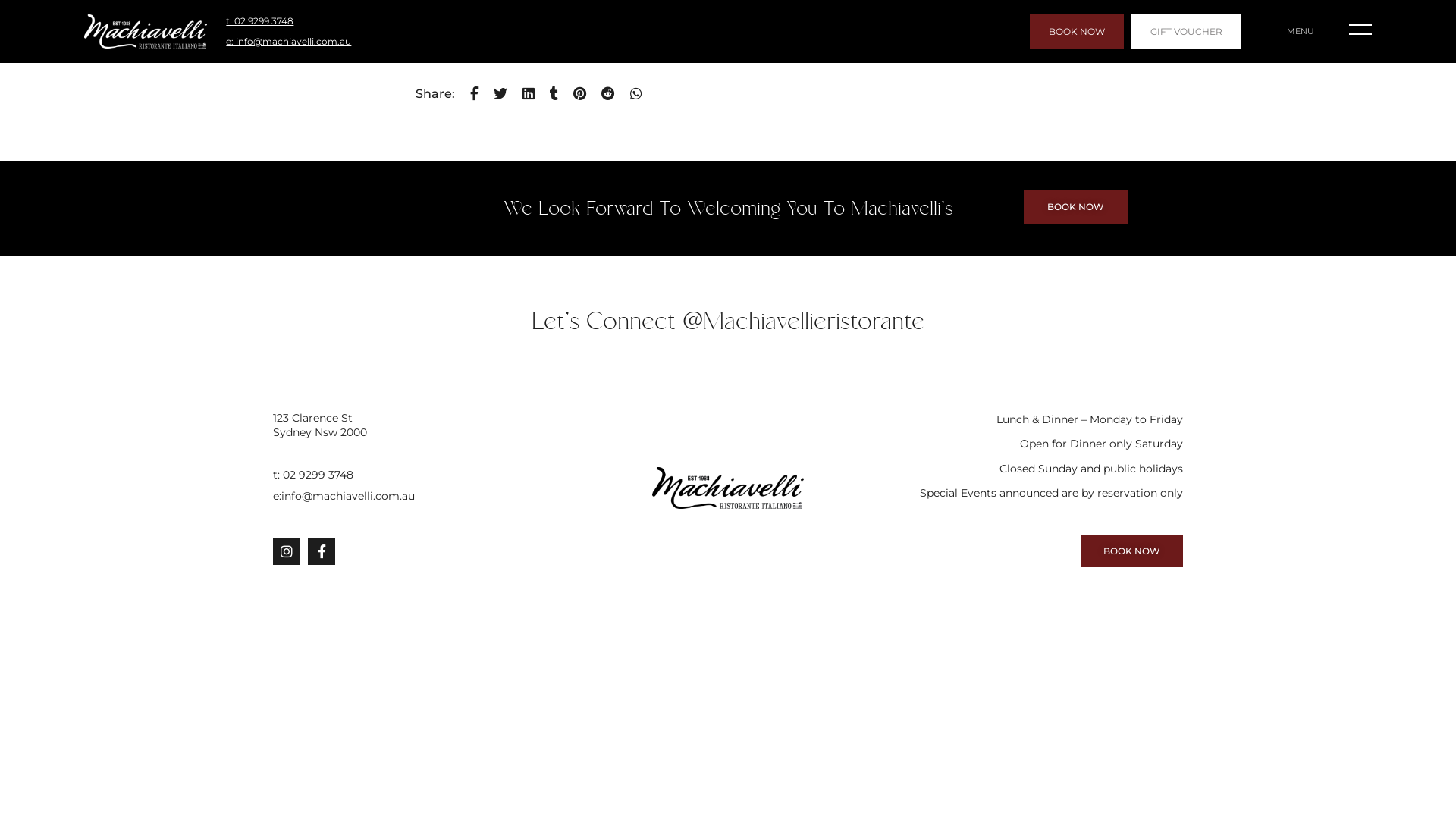 Image resolution: width=1456 pixels, height=819 pixels. What do you see at coordinates (1185, 31) in the screenshot?
I see `'GIFT VOUCHER'` at bounding box center [1185, 31].